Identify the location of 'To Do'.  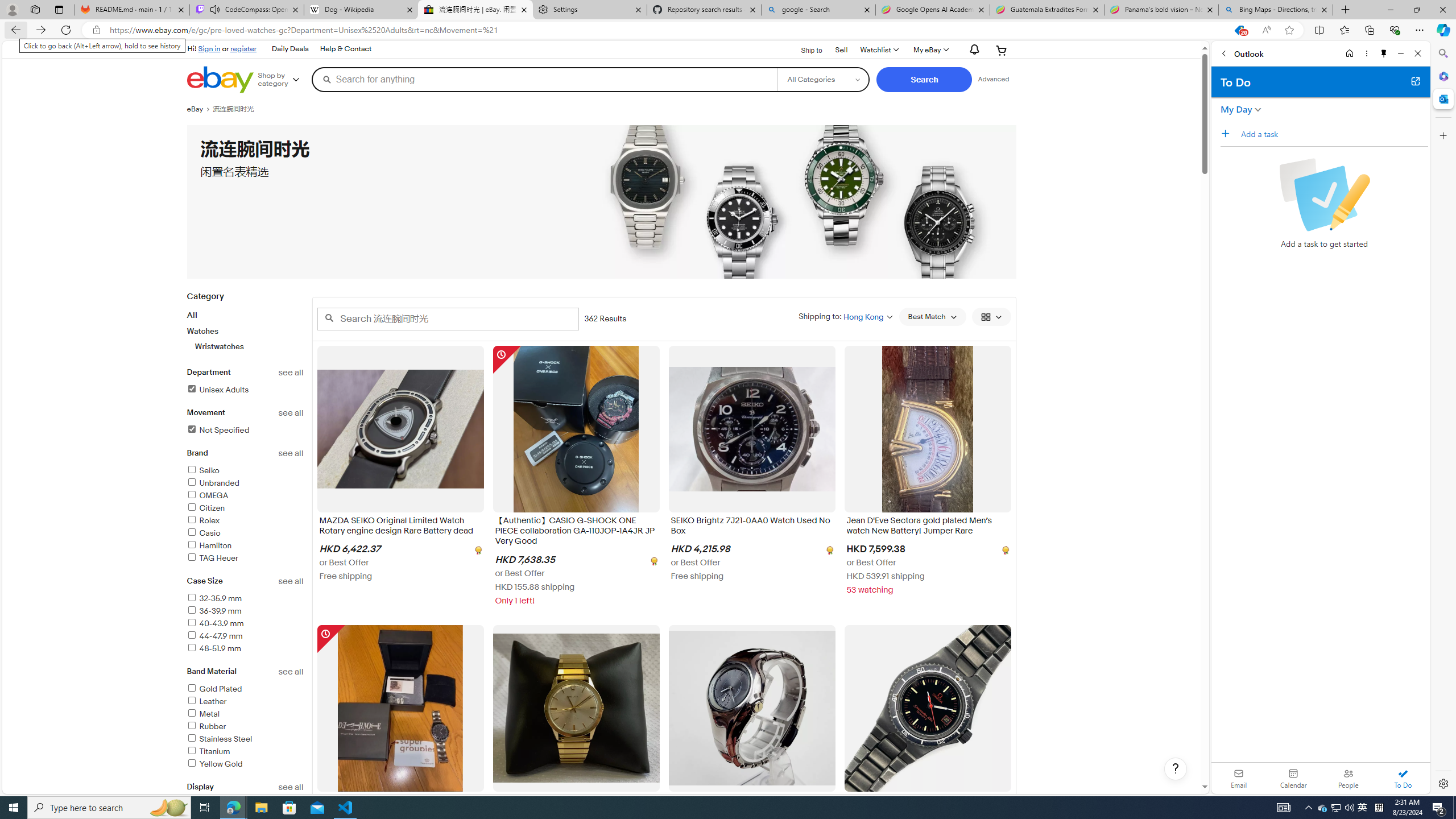
(1403, 777).